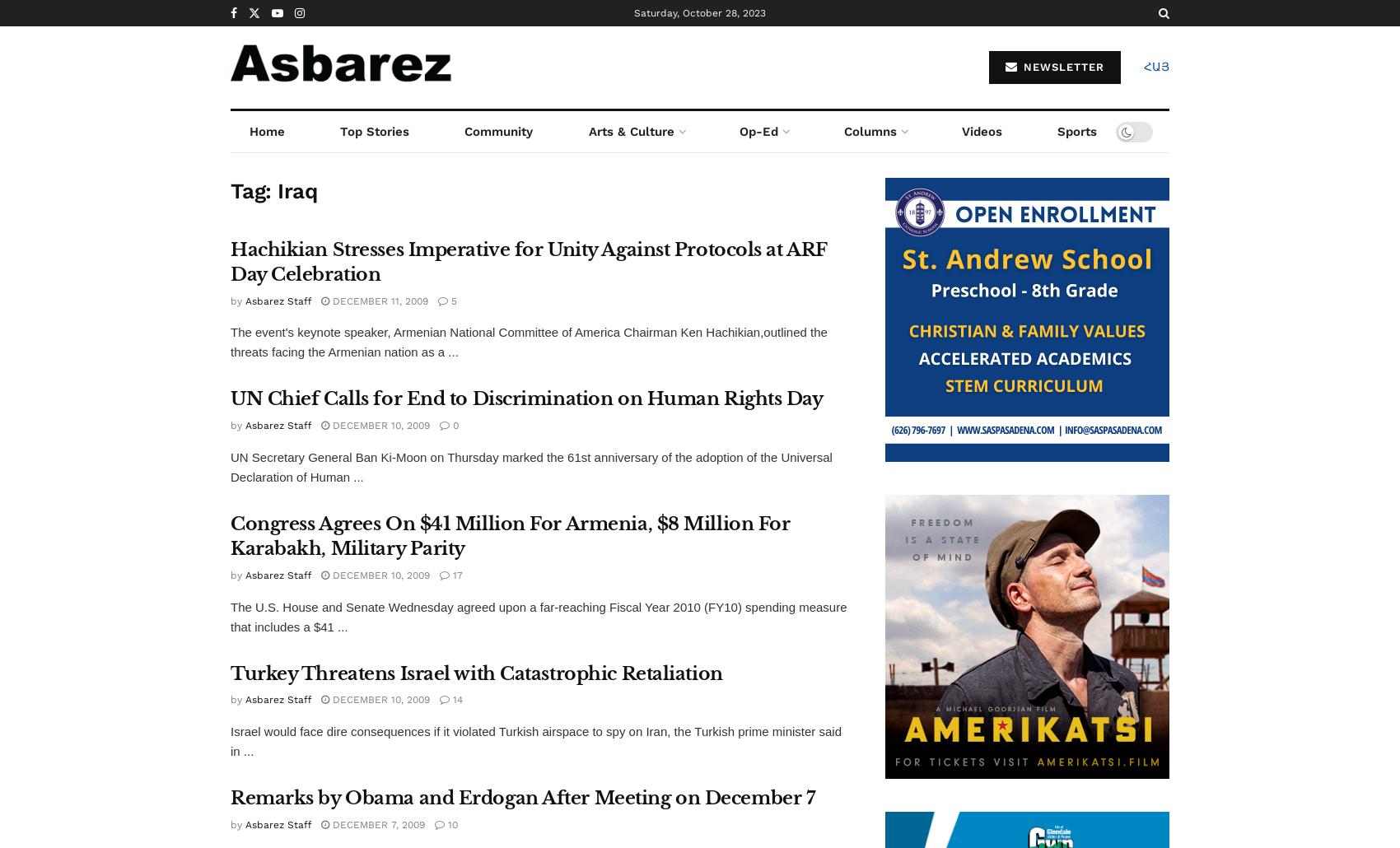 This screenshot has height=848, width=1400. What do you see at coordinates (254, 190) in the screenshot?
I see `'Tag:'` at bounding box center [254, 190].